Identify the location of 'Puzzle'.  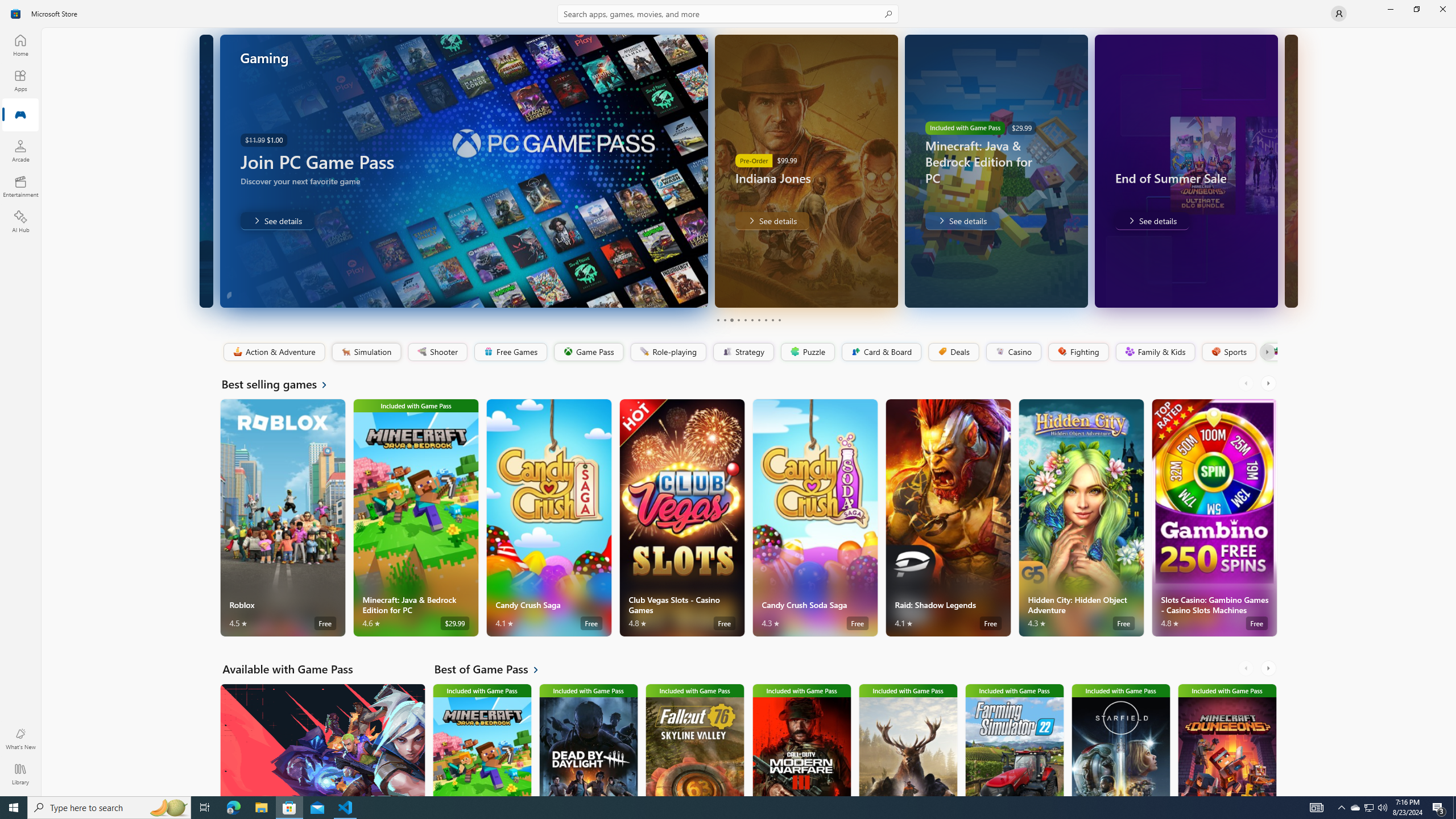
(806, 351).